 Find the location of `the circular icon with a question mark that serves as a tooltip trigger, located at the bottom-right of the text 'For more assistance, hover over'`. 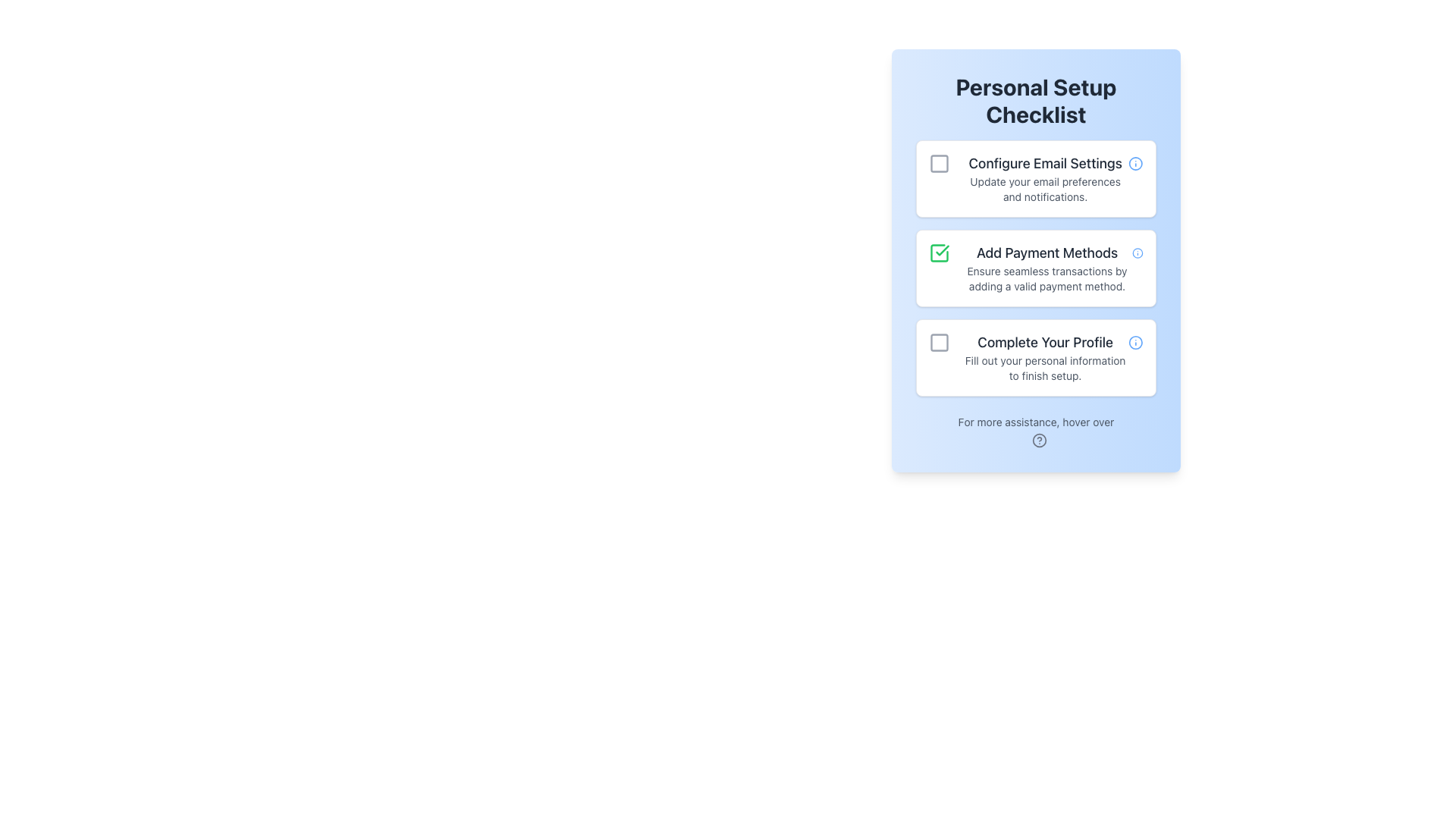

the circular icon with a question mark that serves as a tooltip trigger, located at the bottom-right of the text 'For more assistance, hover over' is located at coordinates (1038, 440).